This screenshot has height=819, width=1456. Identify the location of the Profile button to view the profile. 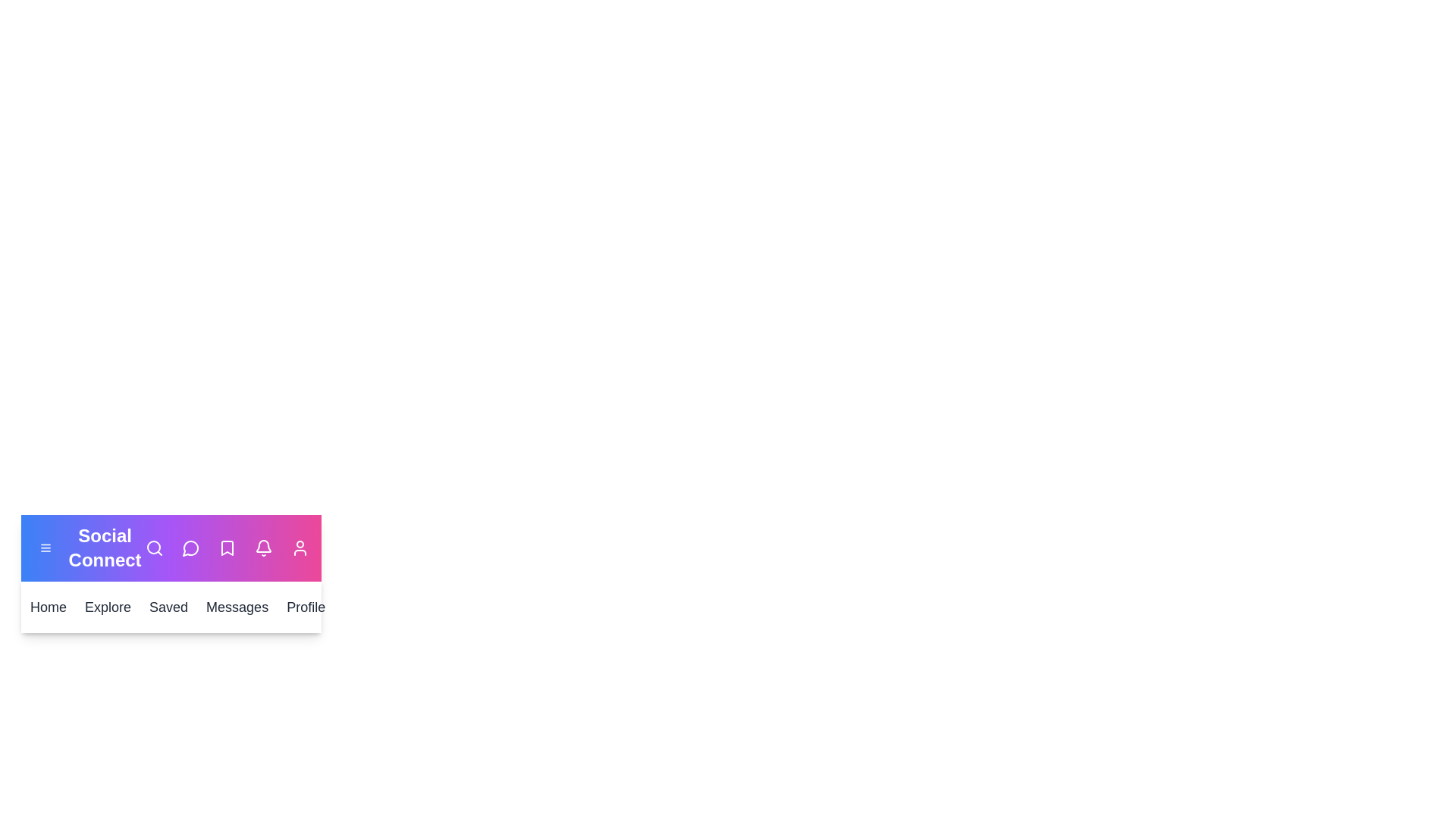
(300, 607).